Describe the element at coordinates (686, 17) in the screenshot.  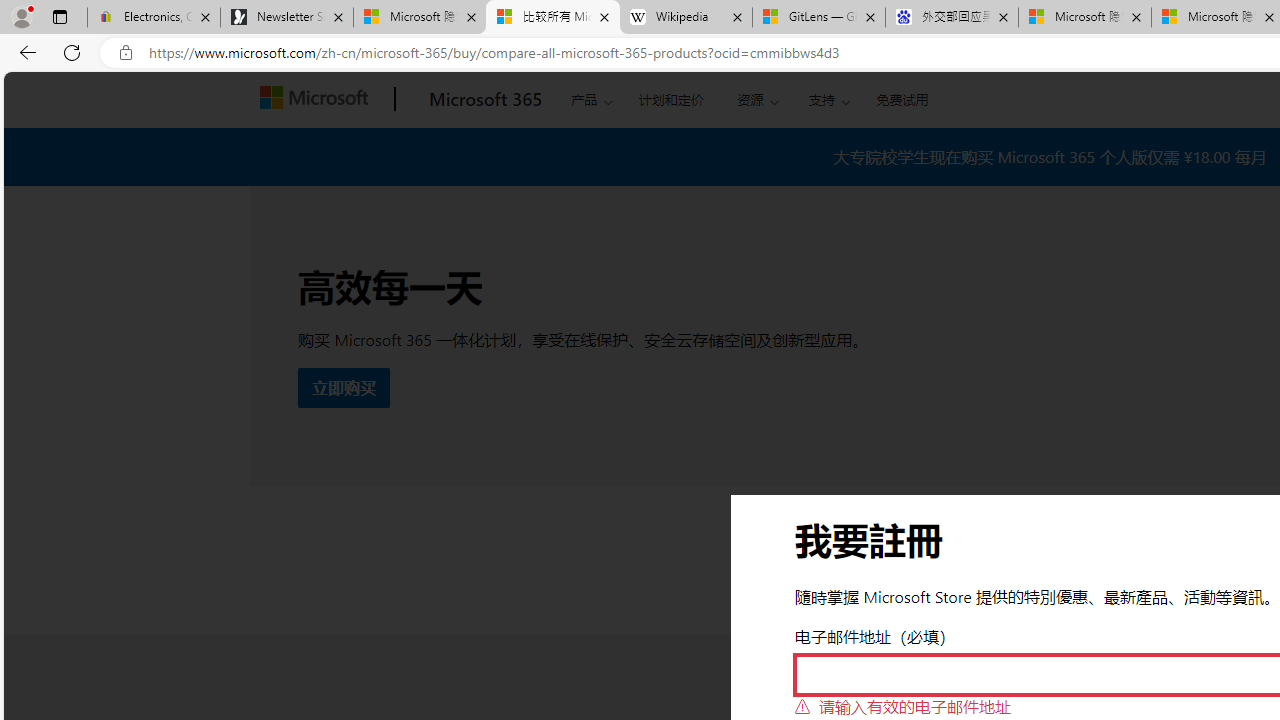
I see `'Wikipedia'` at that location.